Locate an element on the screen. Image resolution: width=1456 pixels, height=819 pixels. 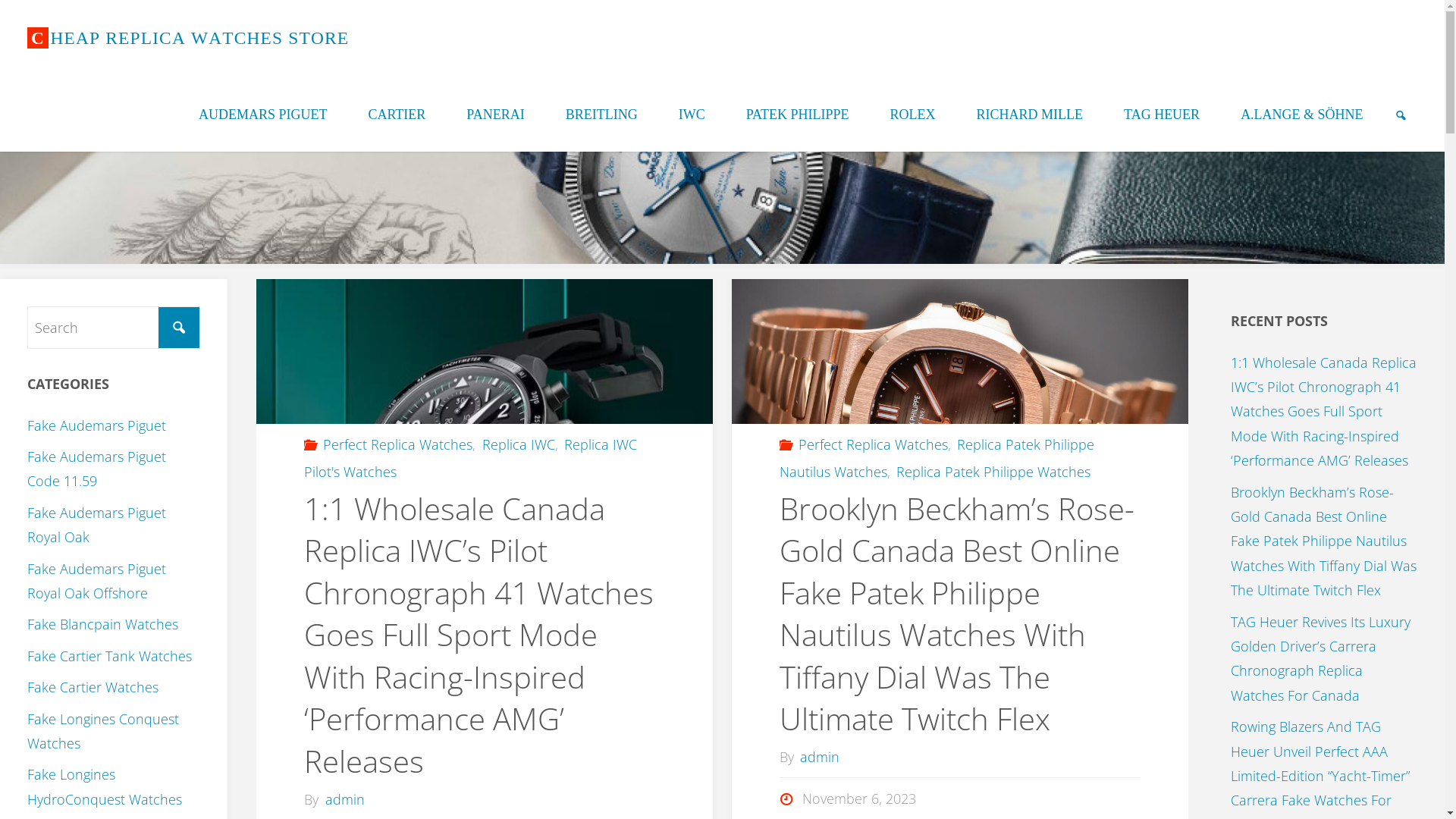
'admin' is located at coordinates (796, 757).